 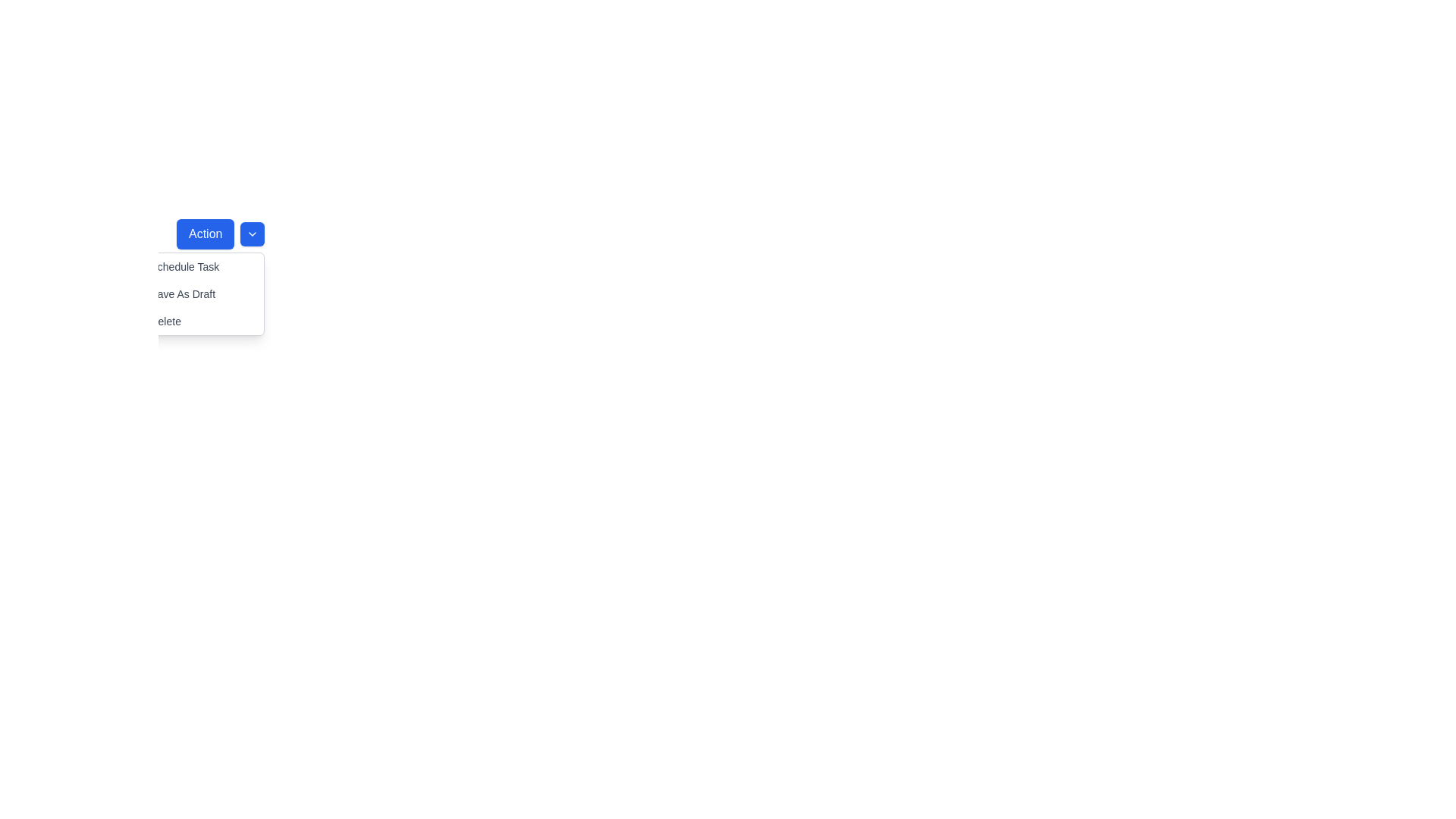 I want to click on the downward-pointing chevron icon, which is located on the right side of the 'Action' button with a blue background, so click(x=253, y=234).